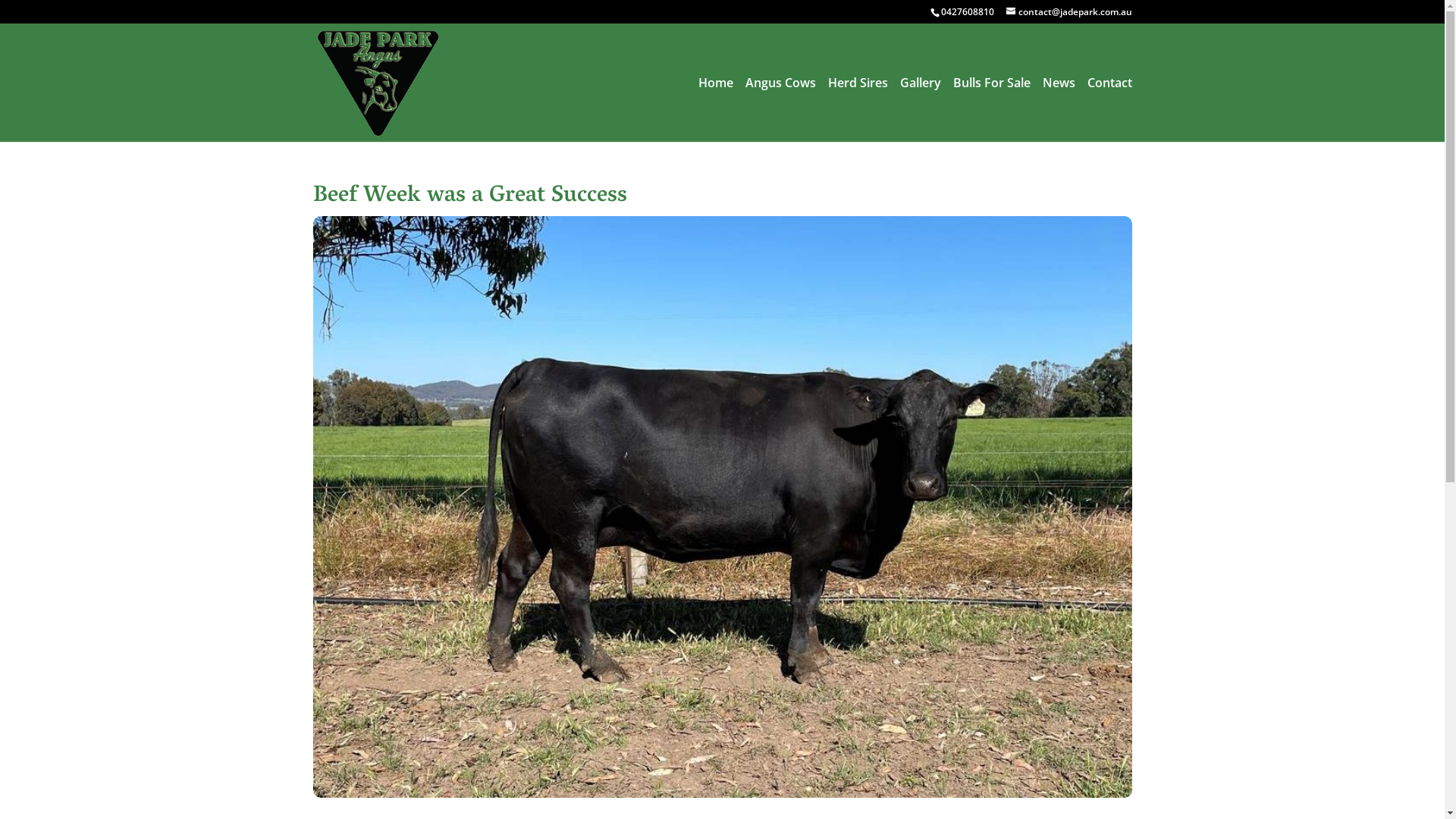 The width and height of the screenshot is (1456, 819). Describe the element at coordinates (697, 108) in the screenshot. I see `'Home'` at that location.